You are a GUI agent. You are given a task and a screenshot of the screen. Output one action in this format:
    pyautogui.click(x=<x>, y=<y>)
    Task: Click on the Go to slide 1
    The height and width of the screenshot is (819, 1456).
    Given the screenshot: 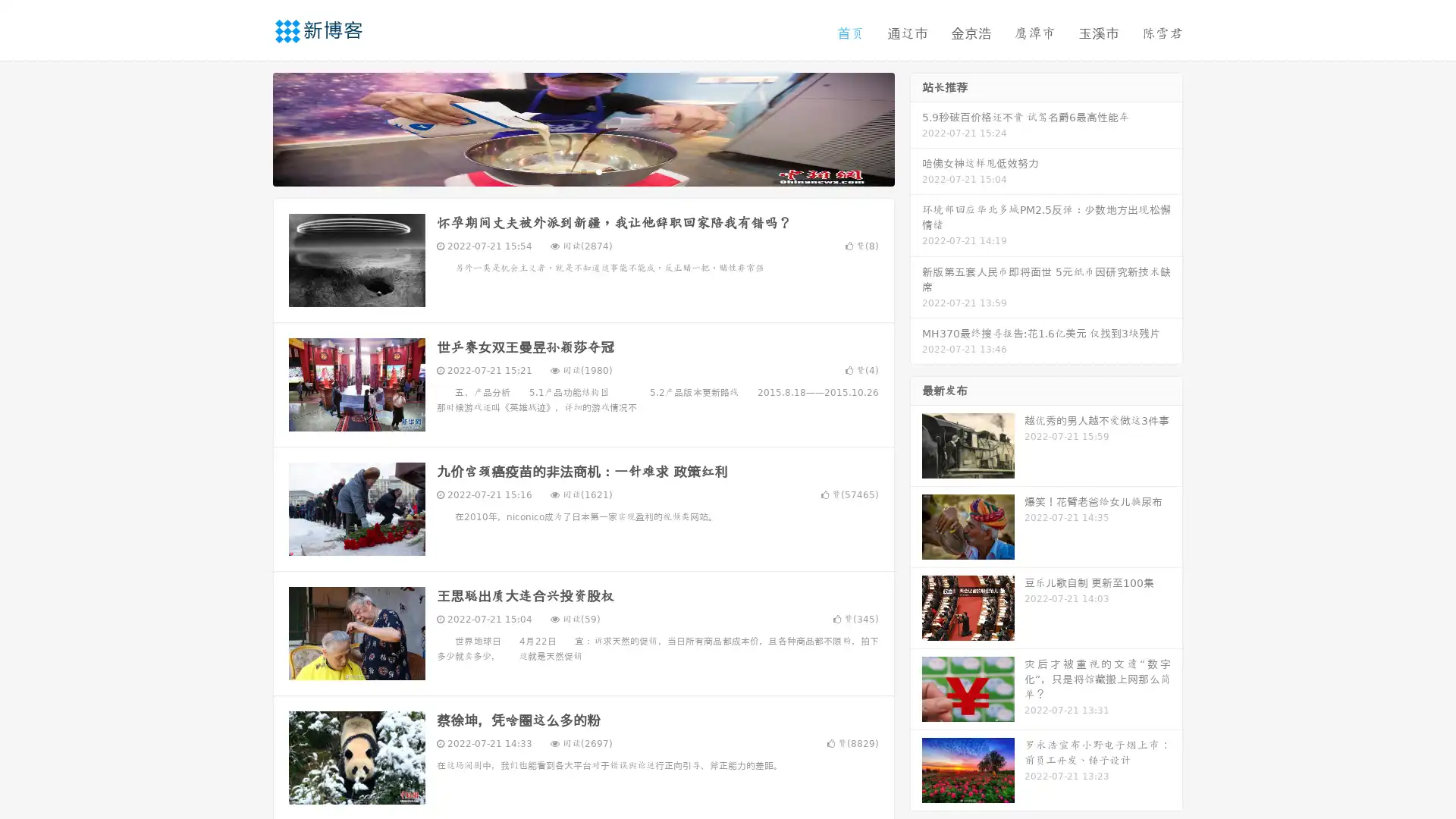 What is the action you would take?
    pyautogui.click(x=567, y=171)
    